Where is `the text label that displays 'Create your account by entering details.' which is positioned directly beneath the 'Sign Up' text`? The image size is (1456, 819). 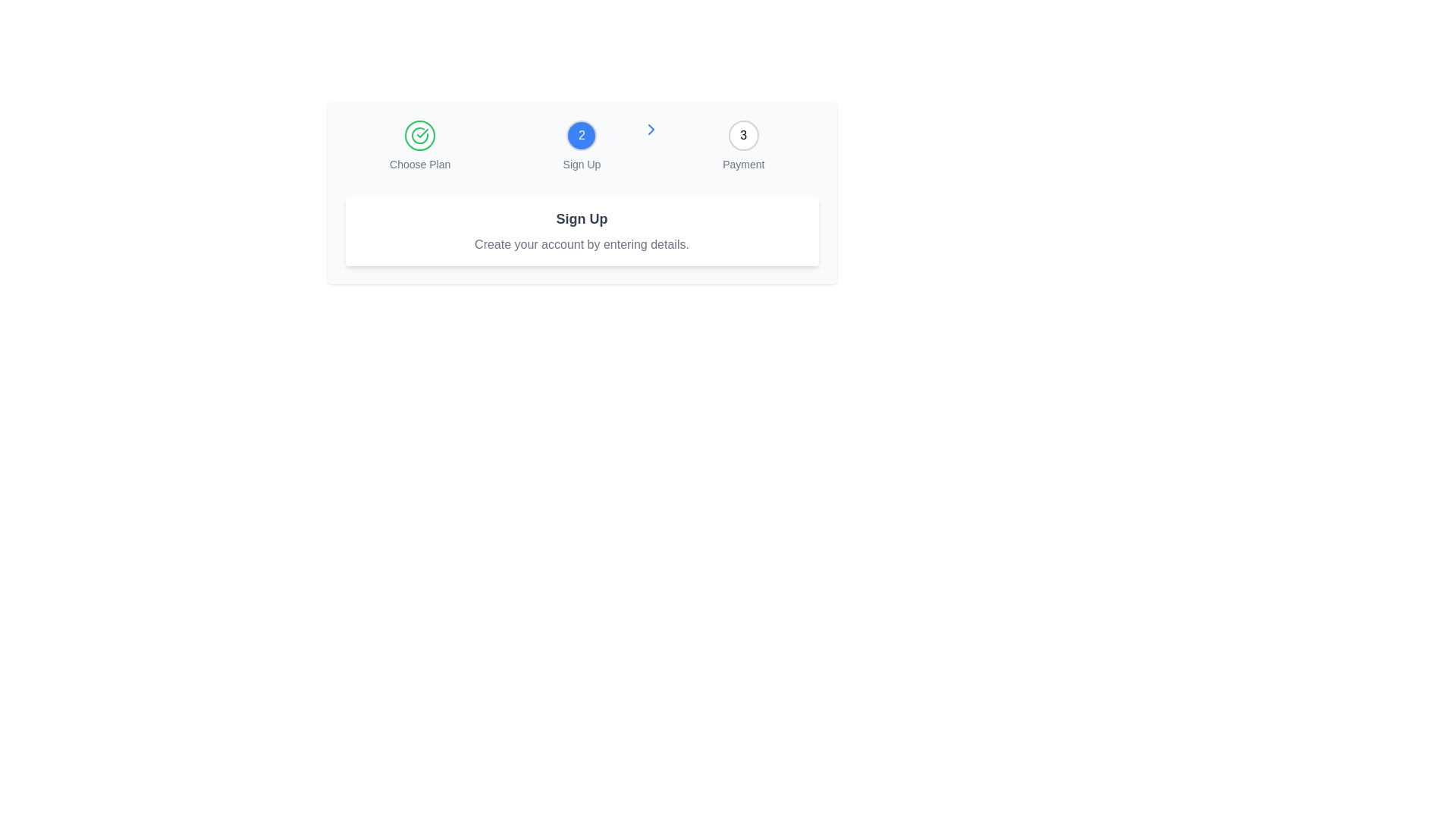
the text label that displays 'Create your account by entering details.' which is positioned directly beneath the 'Sign Up' text is located at coordinates (581, 244).